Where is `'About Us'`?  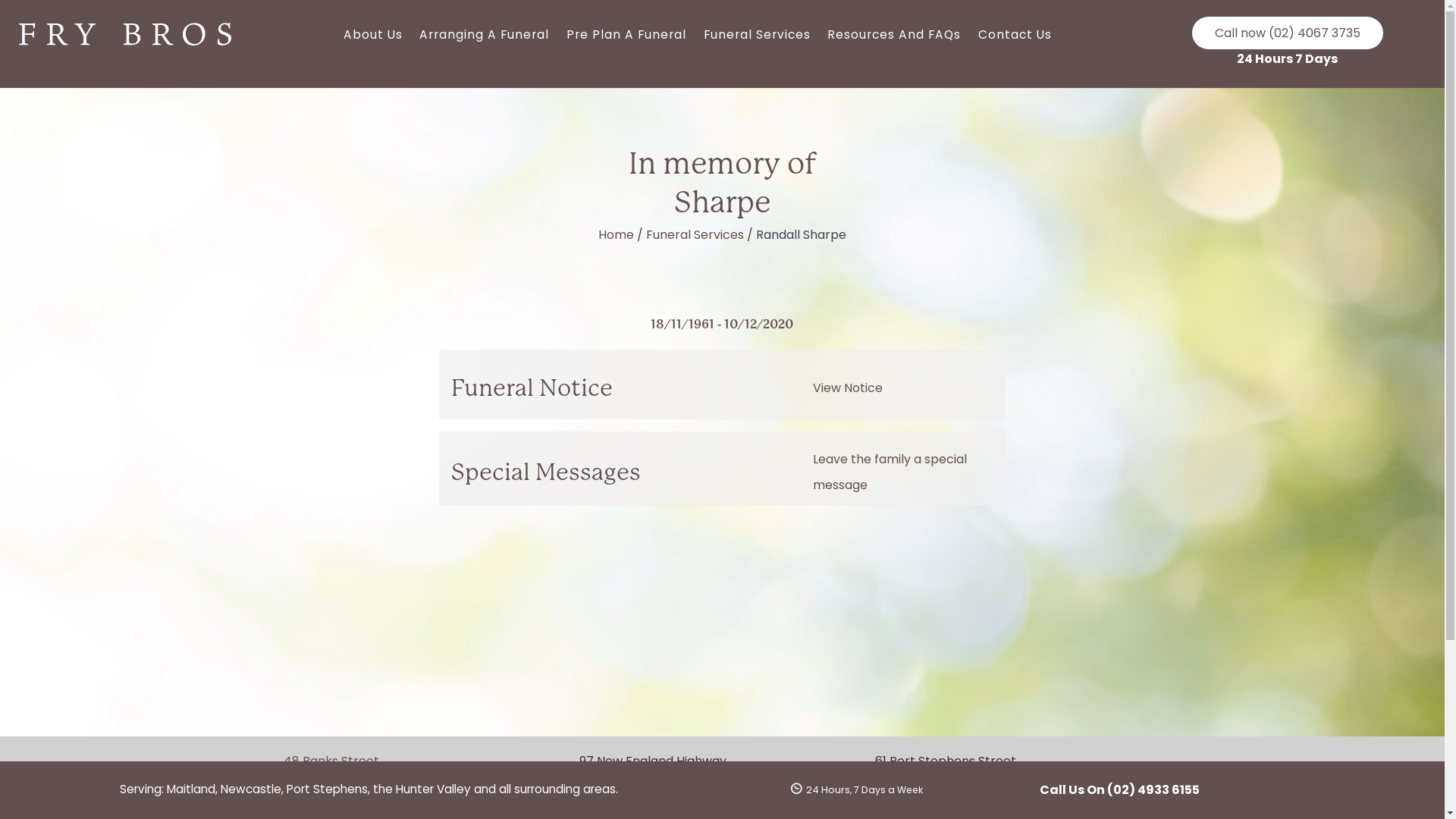
'About Us' is located at coordinates (372, 34).